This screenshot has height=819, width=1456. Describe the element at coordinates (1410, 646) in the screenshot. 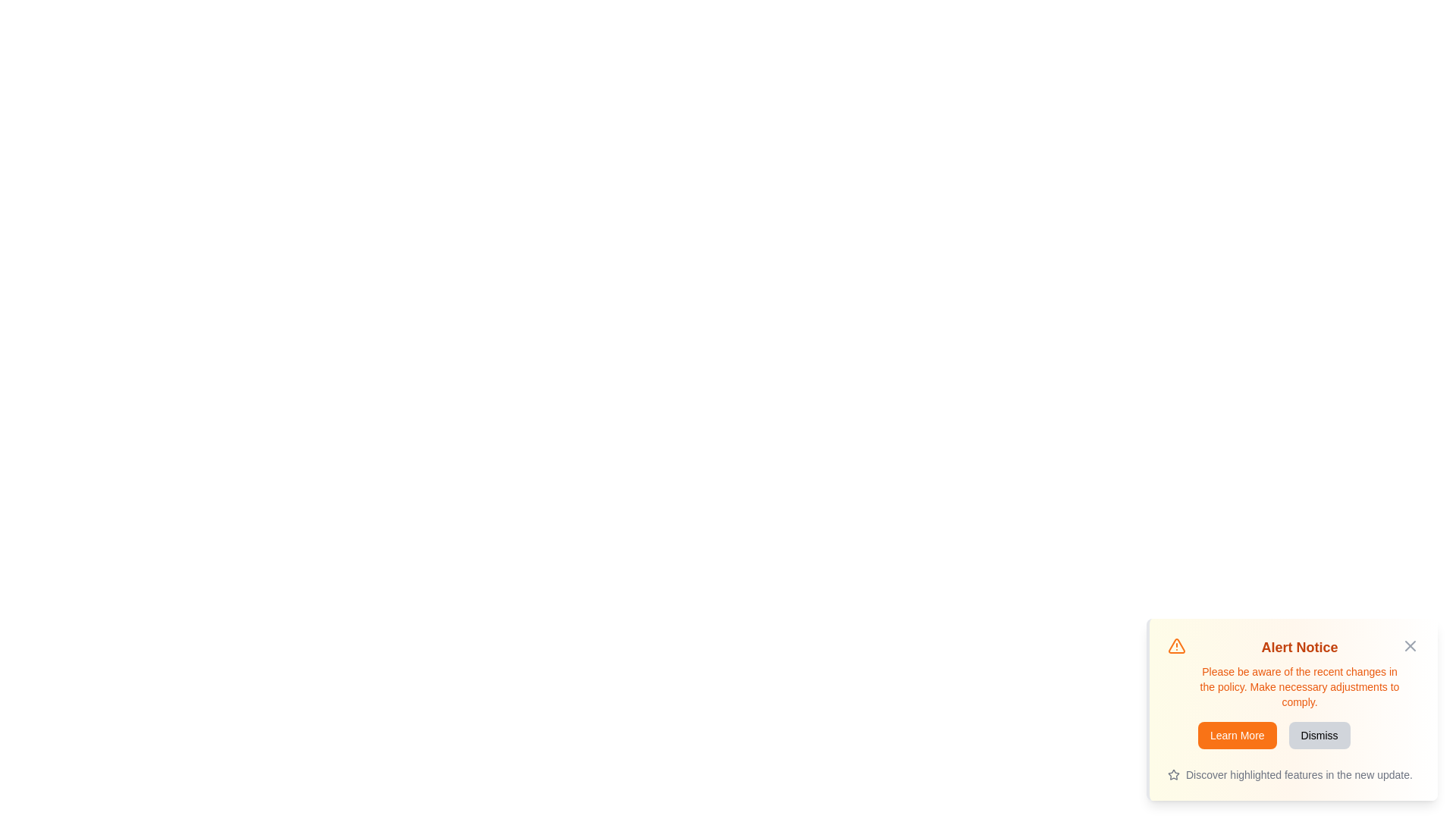

I see `the close icon (X) to hide the alert` at that location.